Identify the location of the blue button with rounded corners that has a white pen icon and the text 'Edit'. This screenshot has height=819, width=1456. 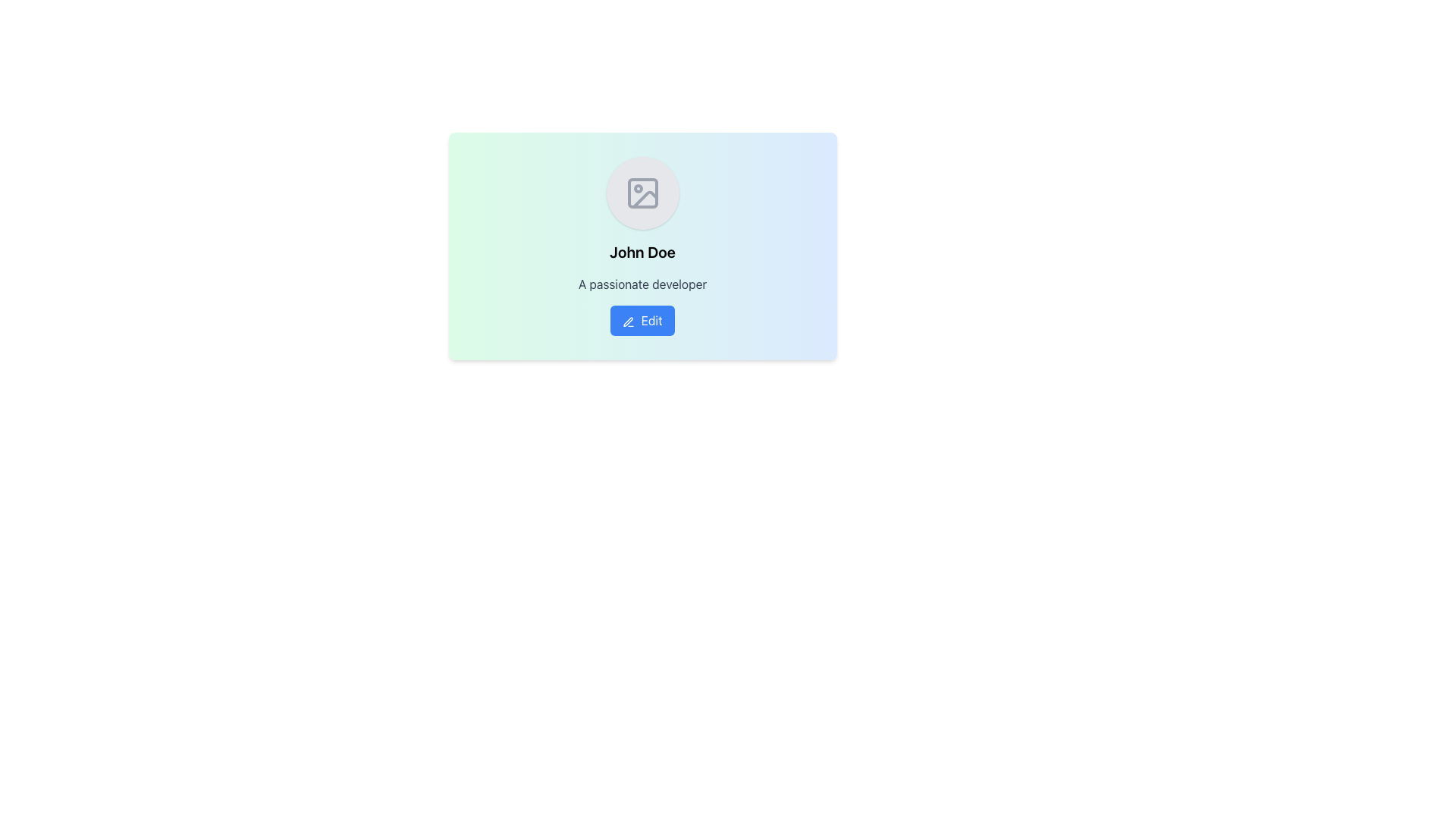
(642, 320).